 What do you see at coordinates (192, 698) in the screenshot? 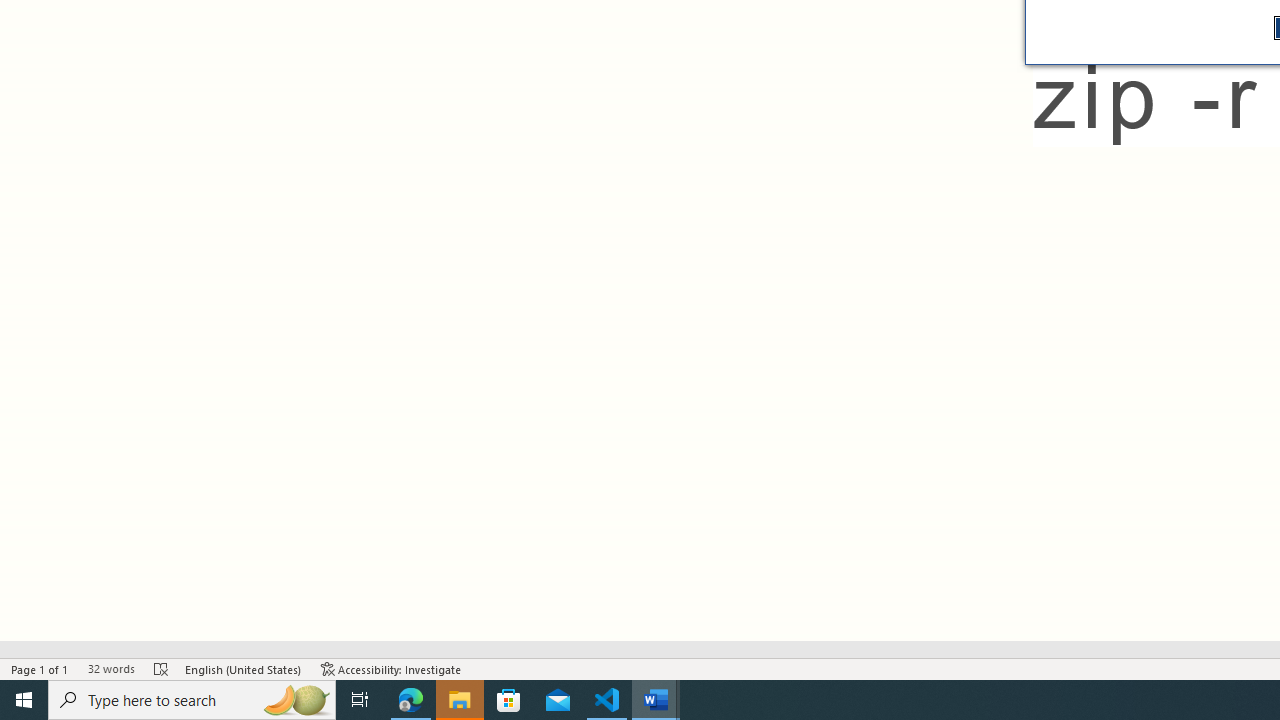
I see `'Type here to search'` at bounding box center [192, 698].